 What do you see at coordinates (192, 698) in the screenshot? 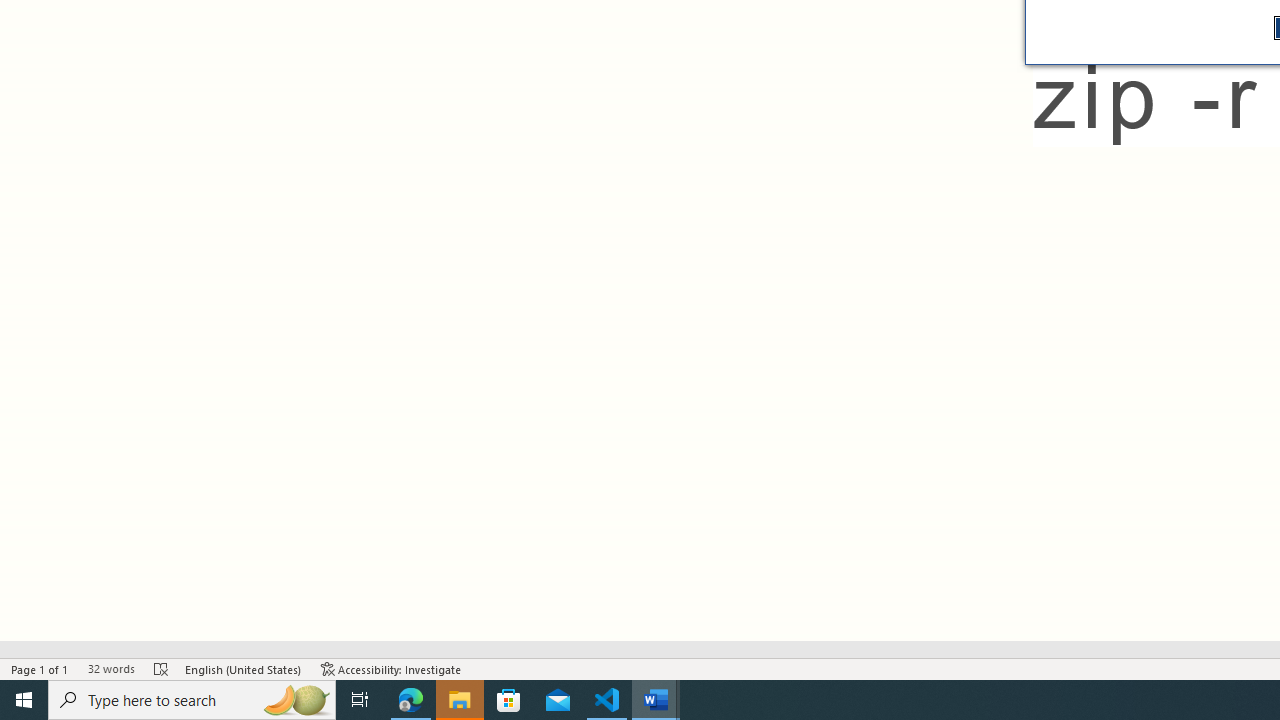
I see `'Type here to search'` at bounding box center [192, 698].